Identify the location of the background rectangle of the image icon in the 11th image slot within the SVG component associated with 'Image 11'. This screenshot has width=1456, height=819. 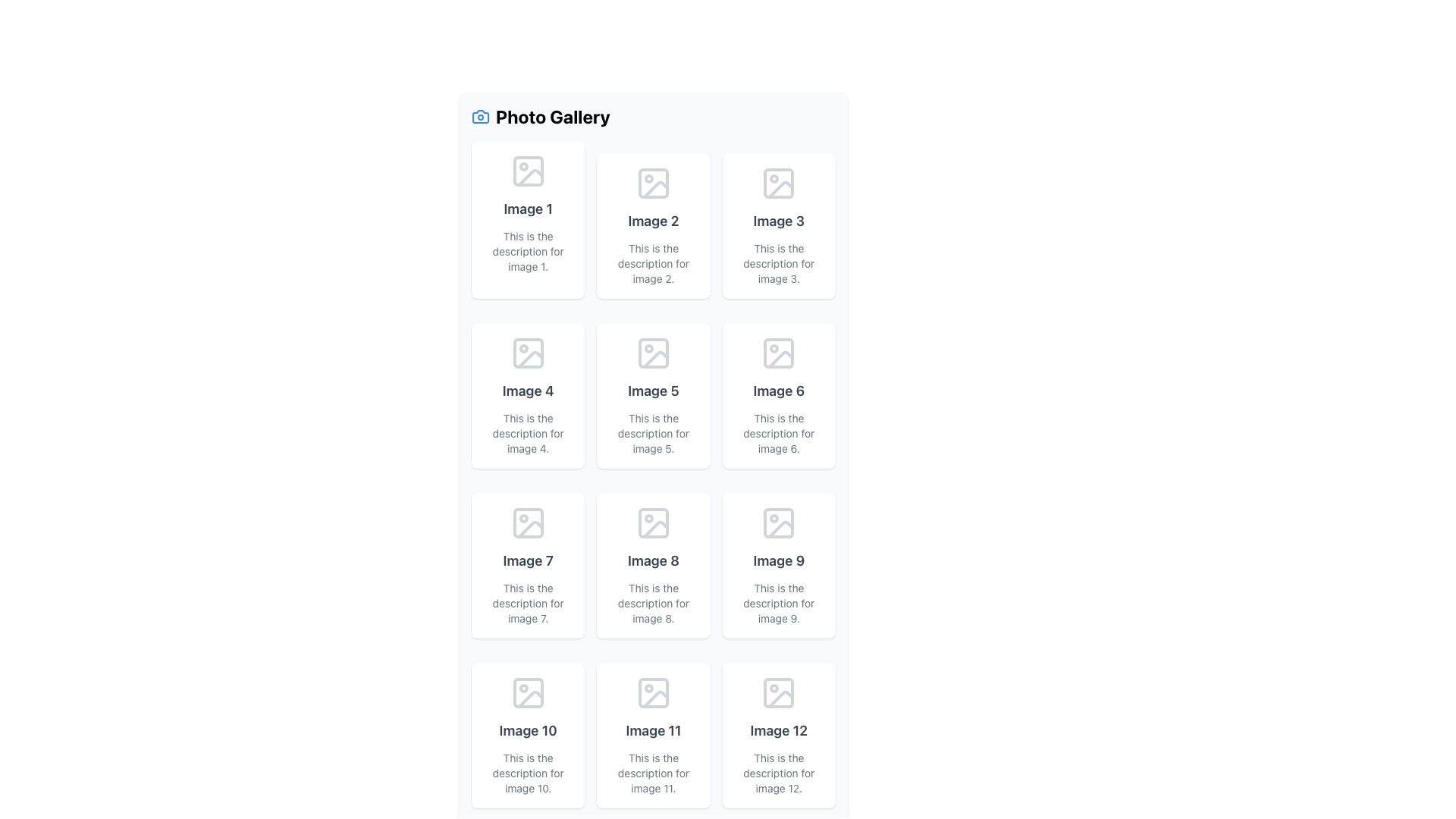
(653, 693).